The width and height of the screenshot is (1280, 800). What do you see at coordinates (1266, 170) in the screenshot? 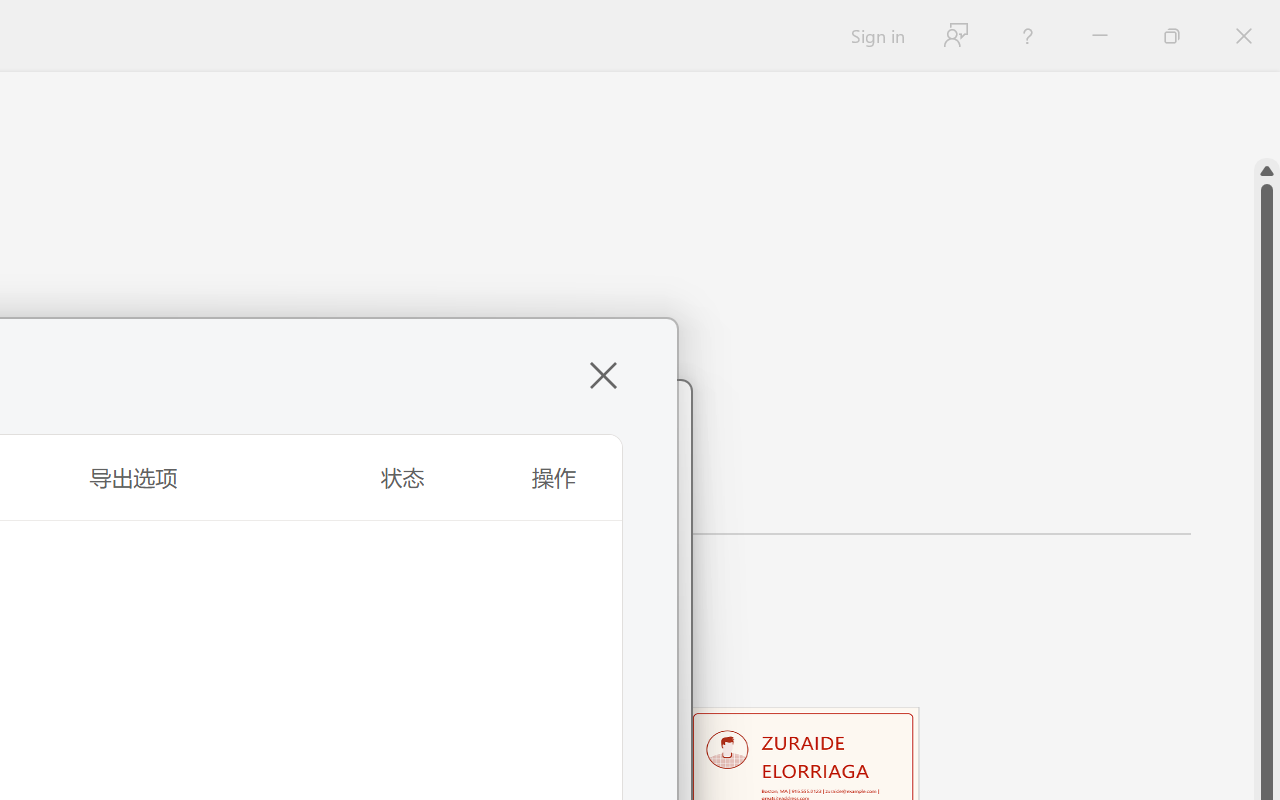
I see `'Line up'` at bounding box center [1266, 170].